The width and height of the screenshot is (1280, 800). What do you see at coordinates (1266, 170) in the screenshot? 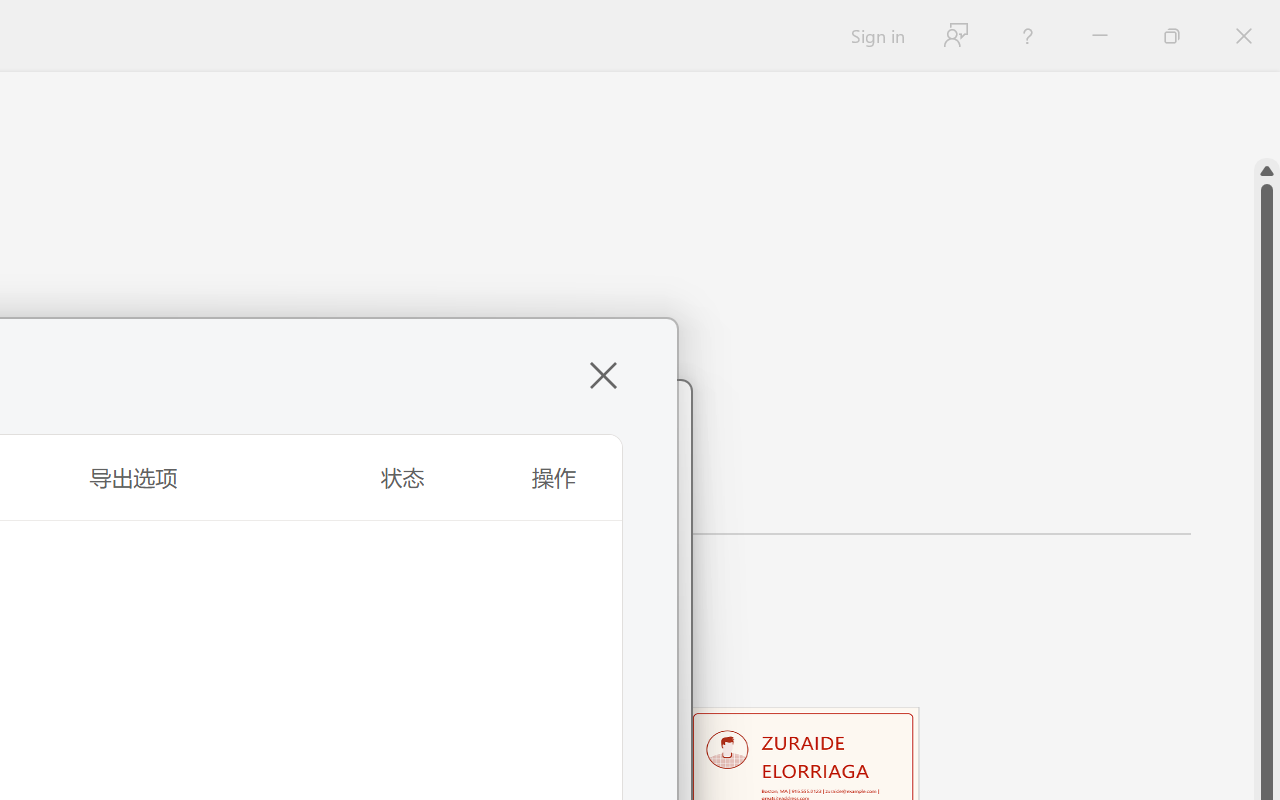
I see `'Line up'` at bounding box center [1266, 170].